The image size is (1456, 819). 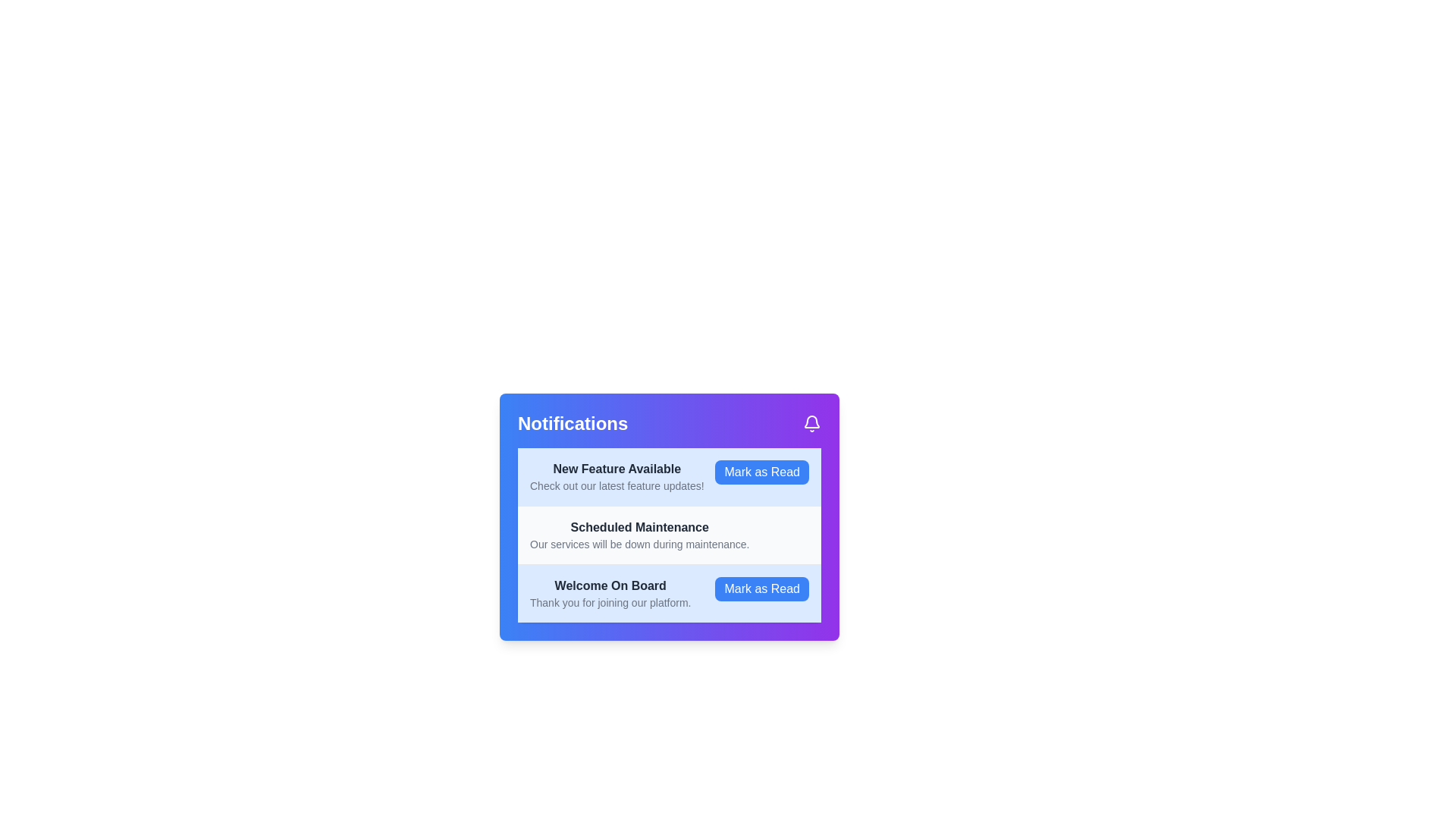 What do you see at coordinates (811, 424) in the screenshot?
I see `the notification bell icon located in the top-right corner of the 'Notifications' header` at bounding box center [811, 424].